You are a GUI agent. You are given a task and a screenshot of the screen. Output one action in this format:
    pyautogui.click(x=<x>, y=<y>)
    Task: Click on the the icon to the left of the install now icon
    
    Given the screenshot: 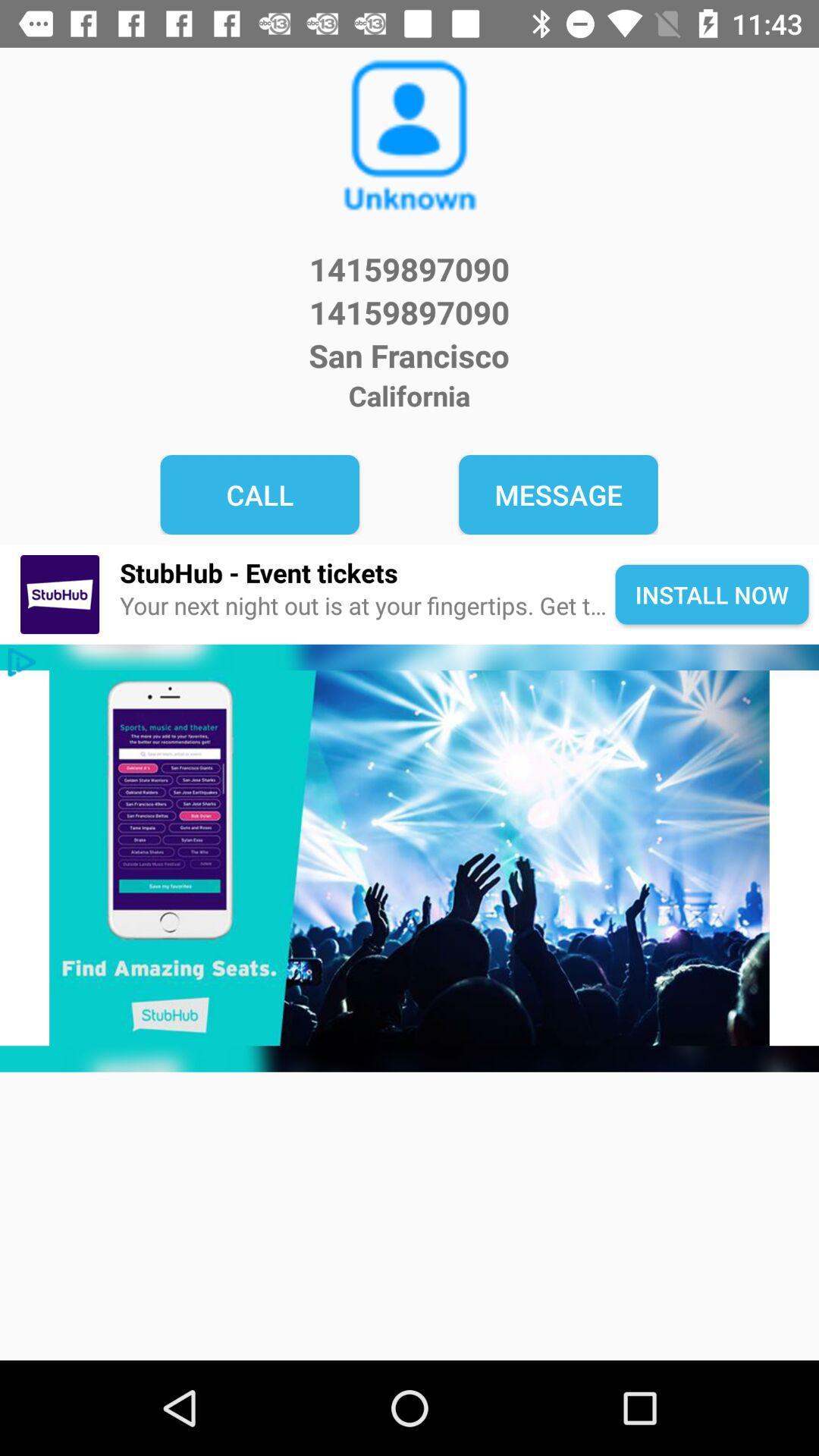 What is the action you would take?
    pyautogui.click(x=367, y=605)
    